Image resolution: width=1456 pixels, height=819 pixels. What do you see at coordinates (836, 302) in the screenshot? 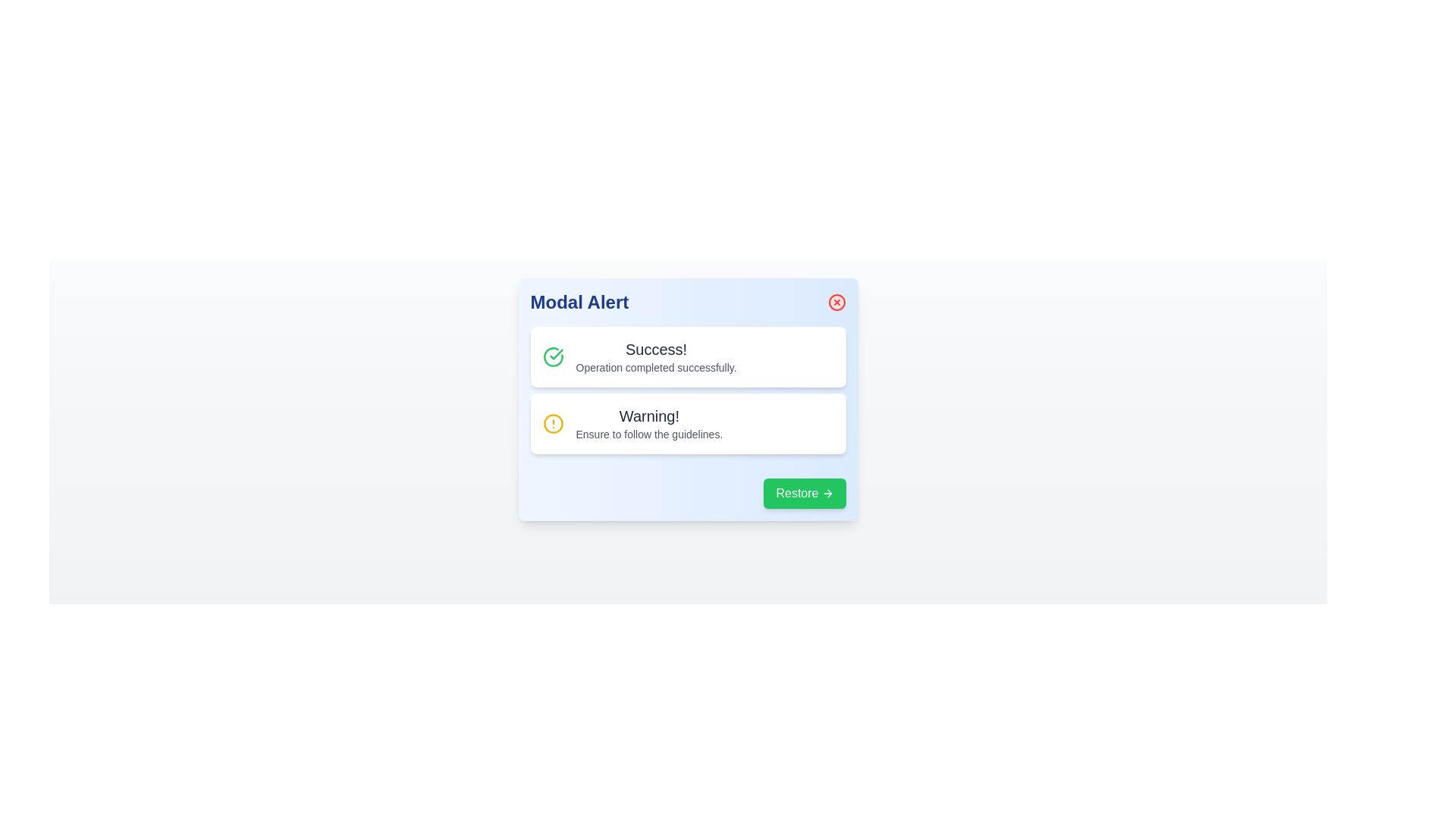
I see `the circular red-bordered button with a red 'X' icon in the top-right corner of the 'Modal Alert' header` at bounding box center [836, 302].